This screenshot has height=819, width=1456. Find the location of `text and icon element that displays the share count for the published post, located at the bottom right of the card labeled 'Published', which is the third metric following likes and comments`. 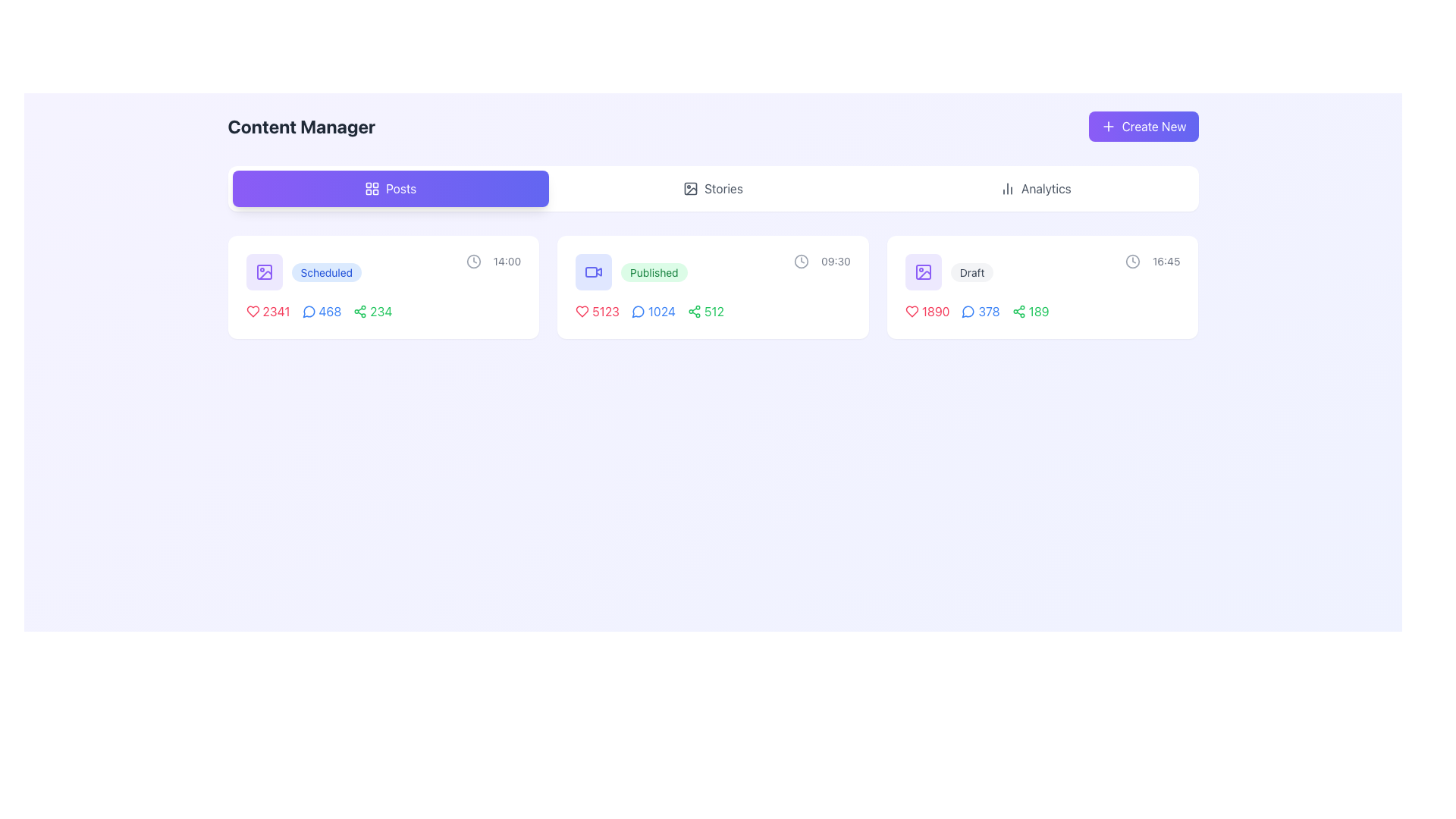

text and icon element that displays the share count for the published post, located at the bottom right of the card labeled 'Published', which is the third metric following likes and comments is located at coordinates (704, 311).